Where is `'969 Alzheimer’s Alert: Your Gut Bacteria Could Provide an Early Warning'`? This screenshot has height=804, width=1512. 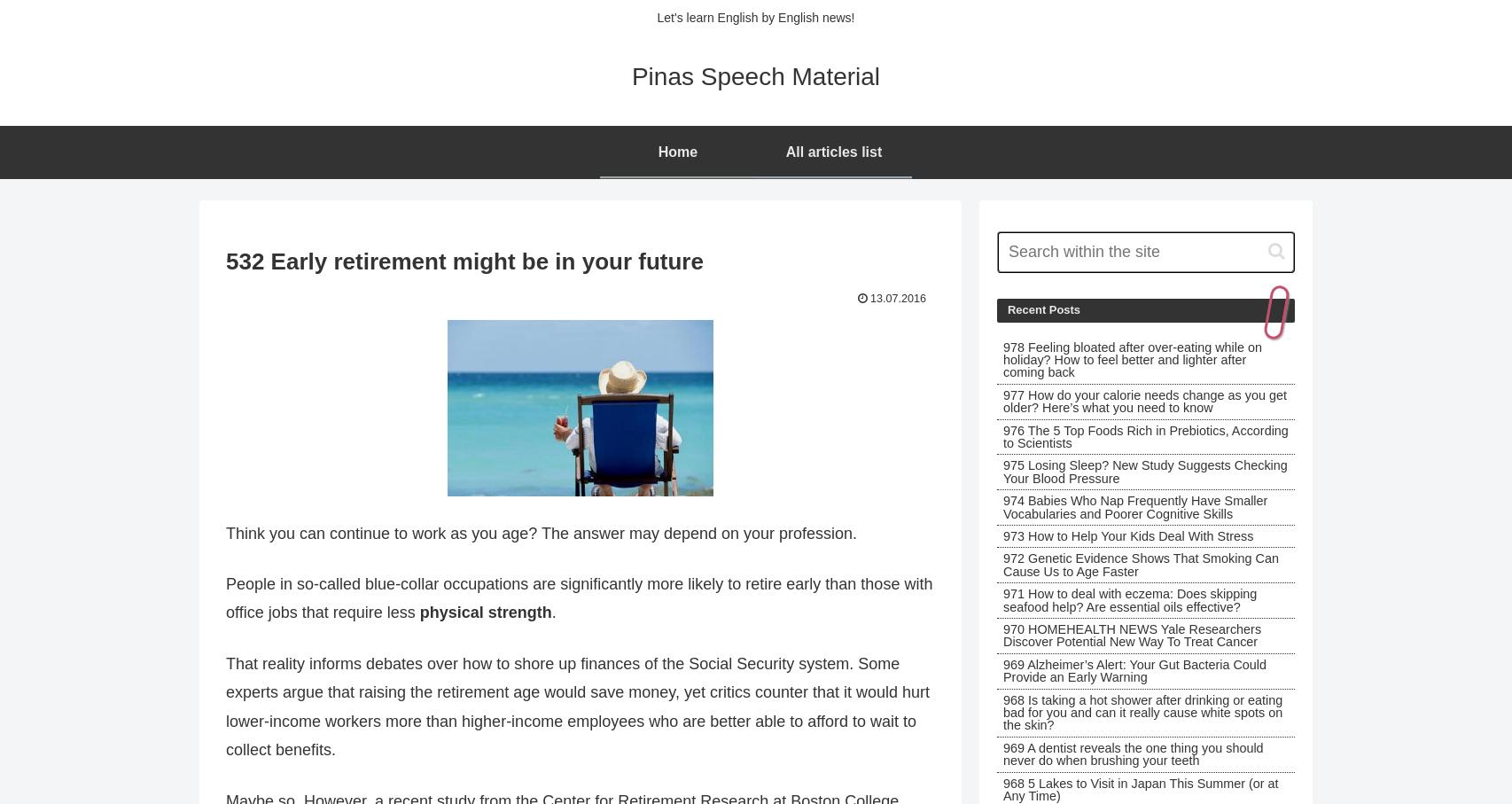 '969 Alzheimer’s Alert: Your Gut Bacteria Could Provide an Early Warning' is located at coordinates (1002, 669).